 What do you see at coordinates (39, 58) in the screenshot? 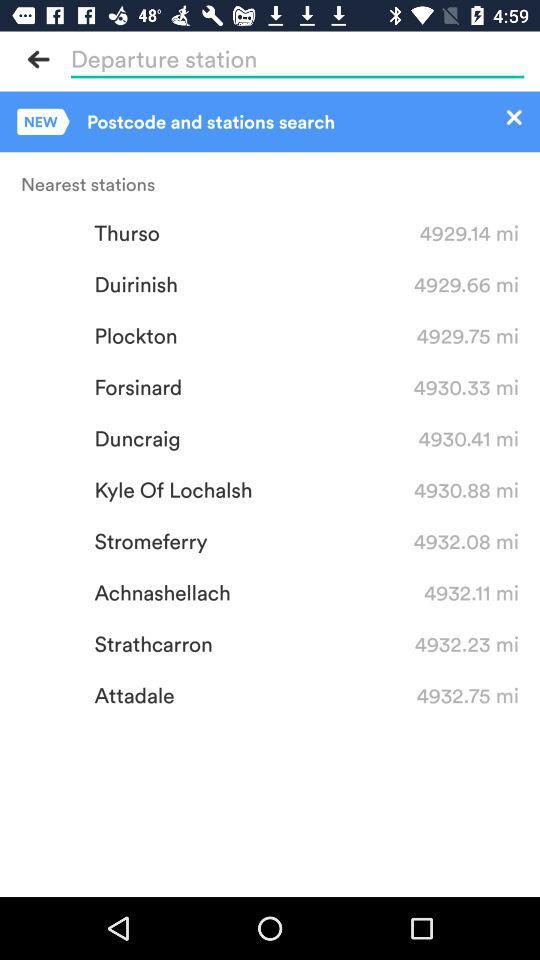
I see `the arrow_backward icon` at bounding box center [39, 58].